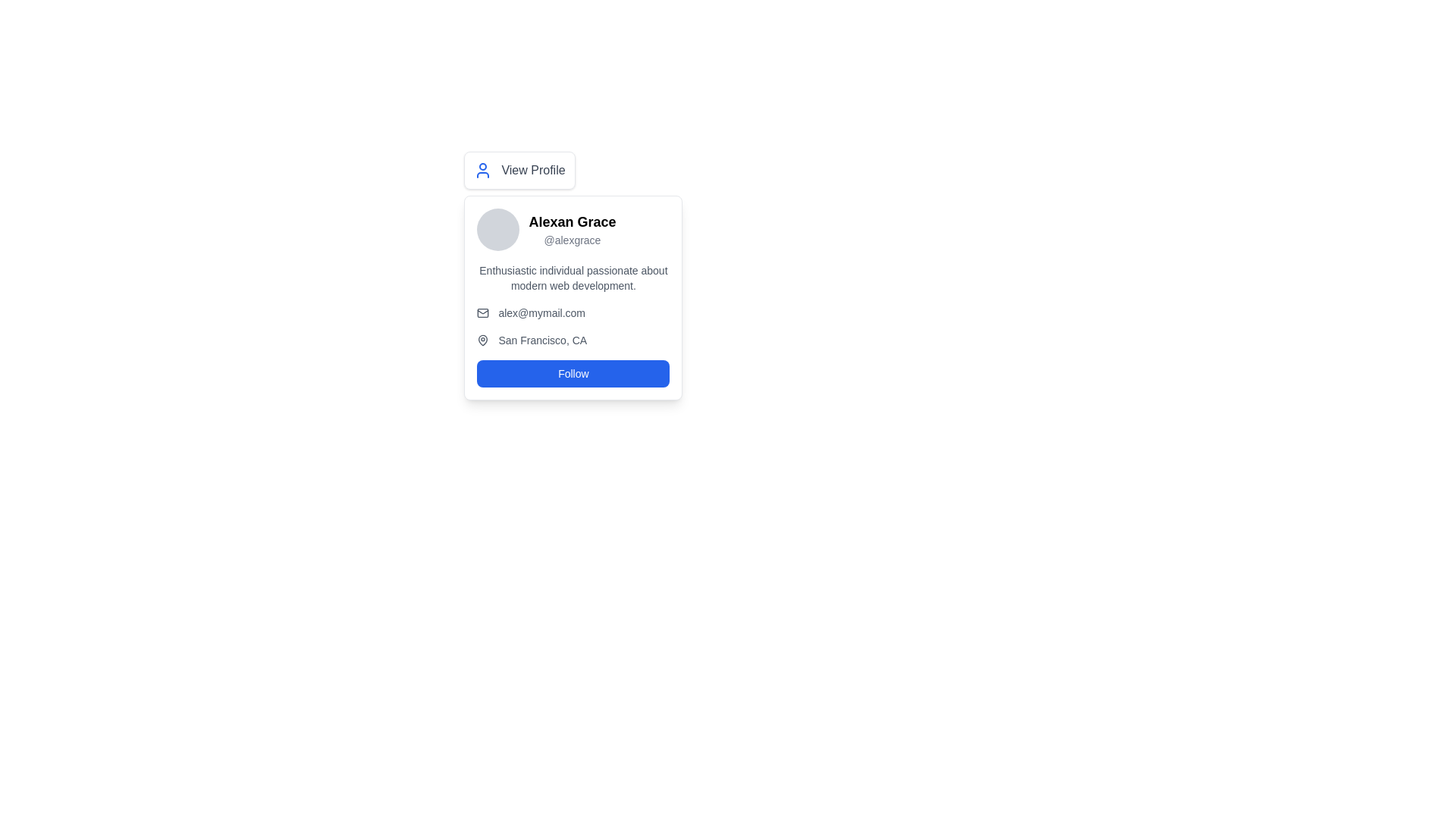 The height and width of the screenshot is (819, 1456). I want to click on the 'Follow' button, which is a rectangular button with a vibrant blue background and white text, located at the bottom of a profile card, so click(573, 374).